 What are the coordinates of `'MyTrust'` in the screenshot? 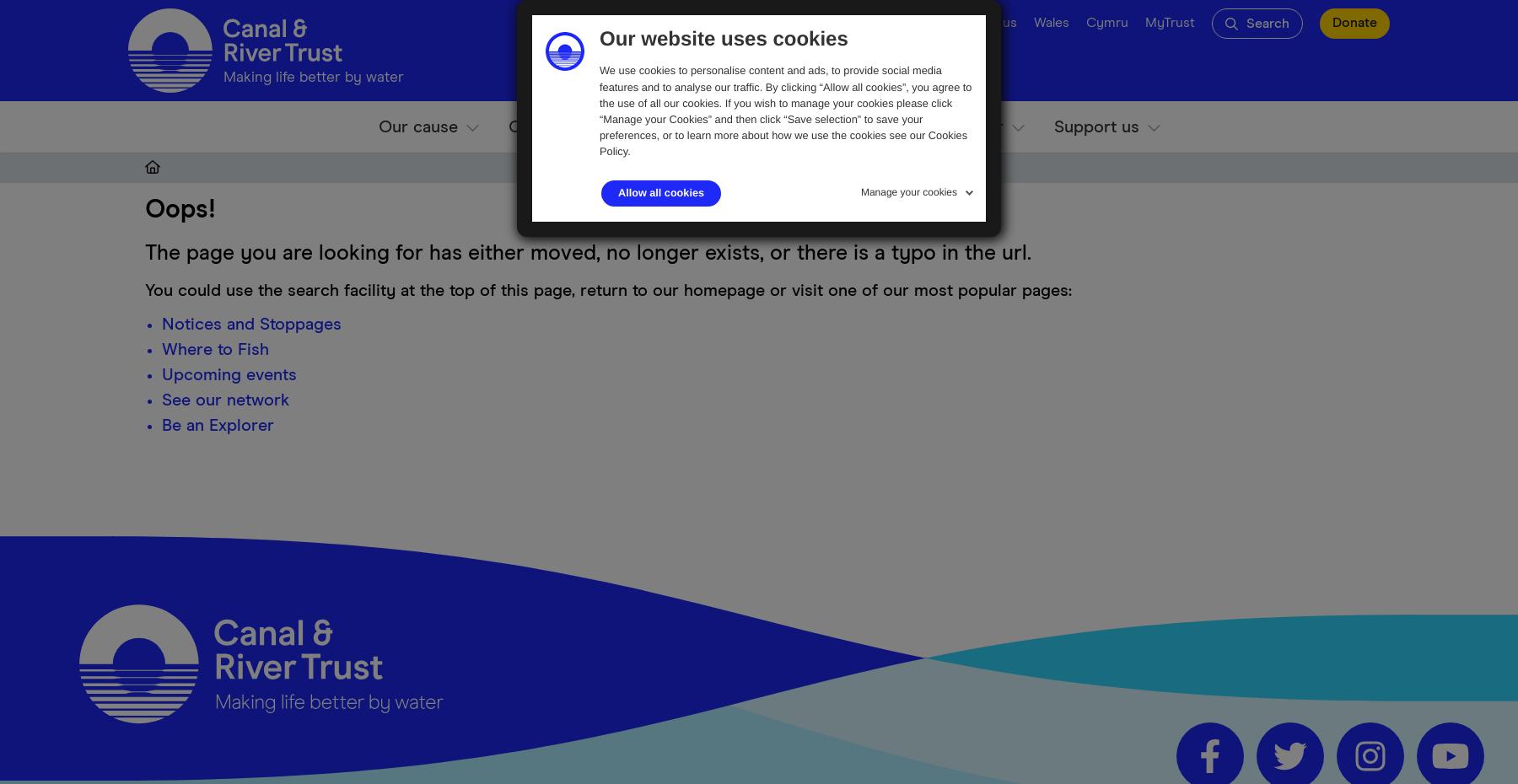 It's located at (1169, 21).